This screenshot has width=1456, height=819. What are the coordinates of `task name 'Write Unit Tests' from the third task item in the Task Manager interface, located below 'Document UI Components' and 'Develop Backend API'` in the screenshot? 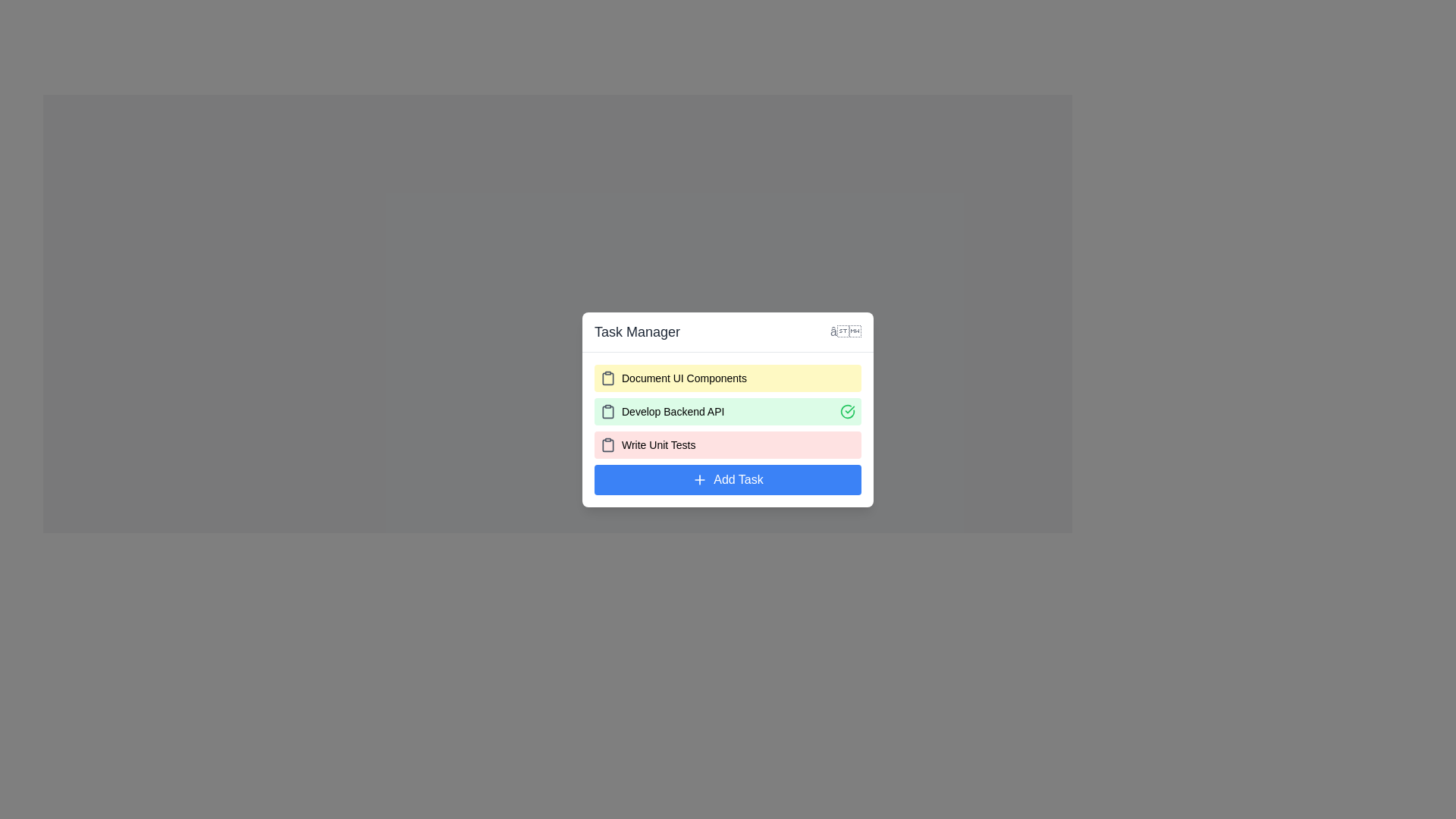 It's located at (728, 444).